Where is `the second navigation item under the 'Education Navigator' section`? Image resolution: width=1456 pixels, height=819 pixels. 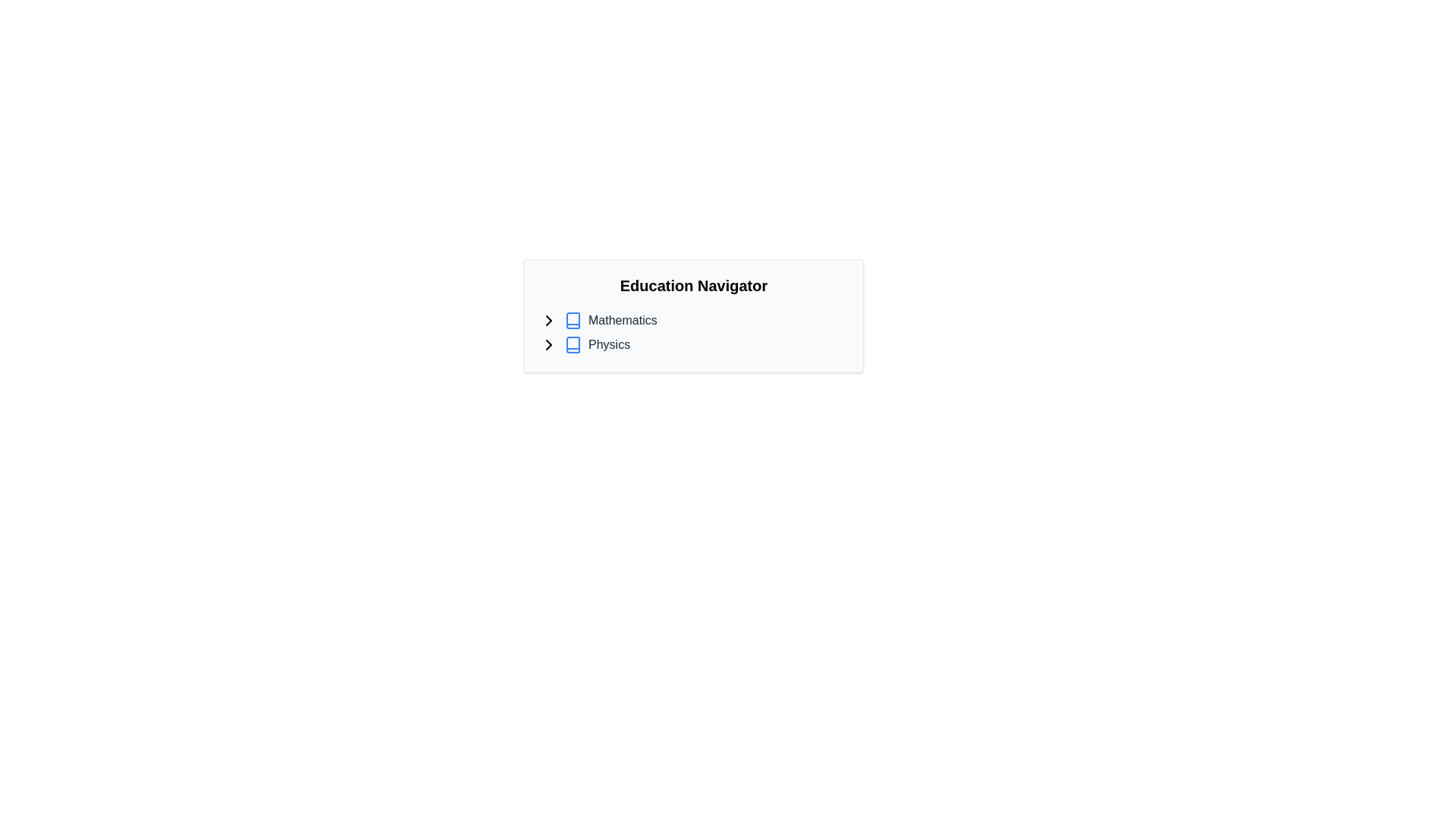 the second navigation item under the 'Education Navigator' section is located at coordinates (693, 345).